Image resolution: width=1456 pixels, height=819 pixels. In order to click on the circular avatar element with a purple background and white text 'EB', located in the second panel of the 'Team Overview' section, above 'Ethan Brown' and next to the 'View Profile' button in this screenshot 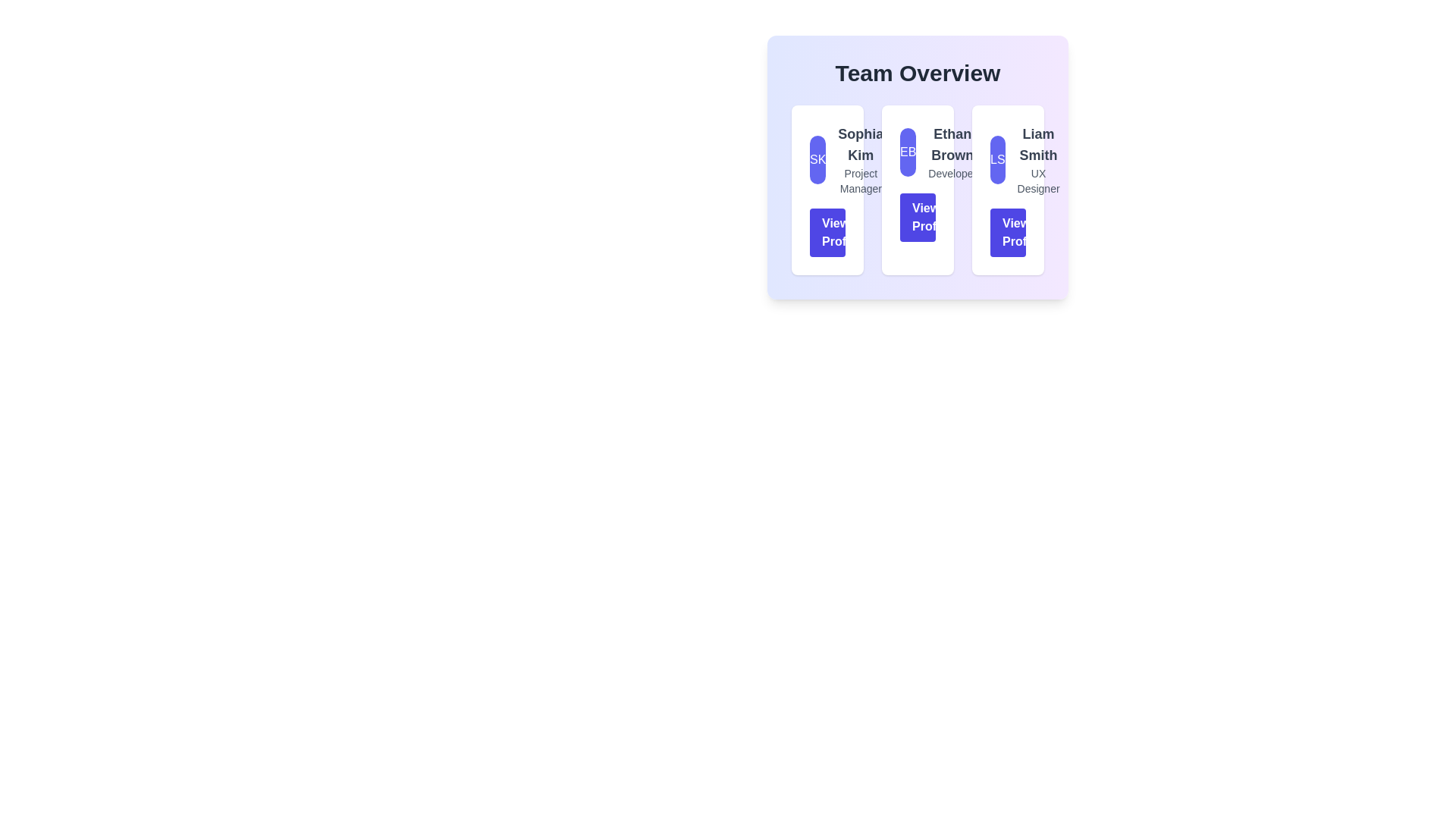, I will do `click(908, 152)`.